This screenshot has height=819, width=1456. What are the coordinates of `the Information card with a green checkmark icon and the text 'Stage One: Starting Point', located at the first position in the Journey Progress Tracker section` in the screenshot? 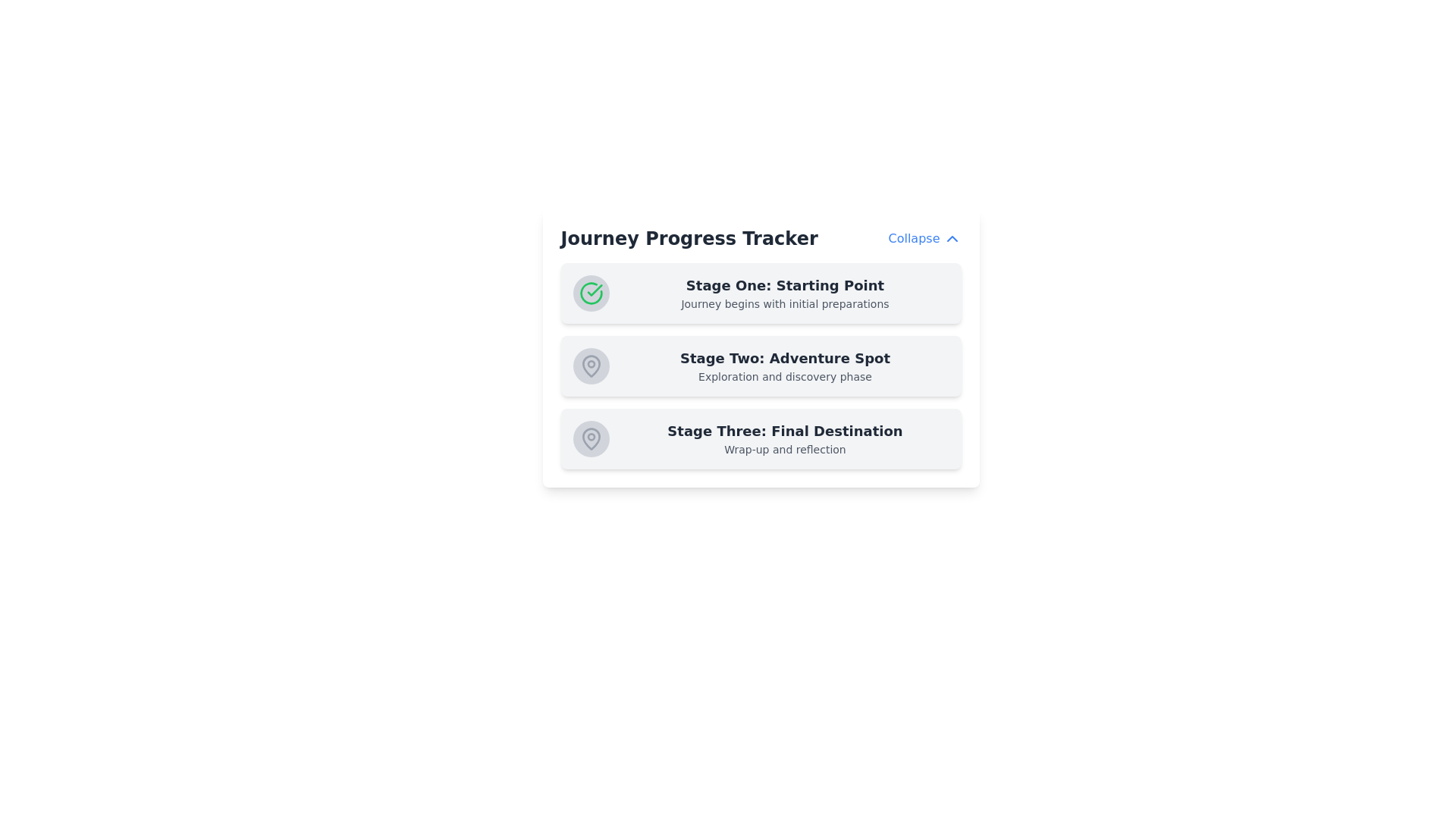 It's located at (761, 293).